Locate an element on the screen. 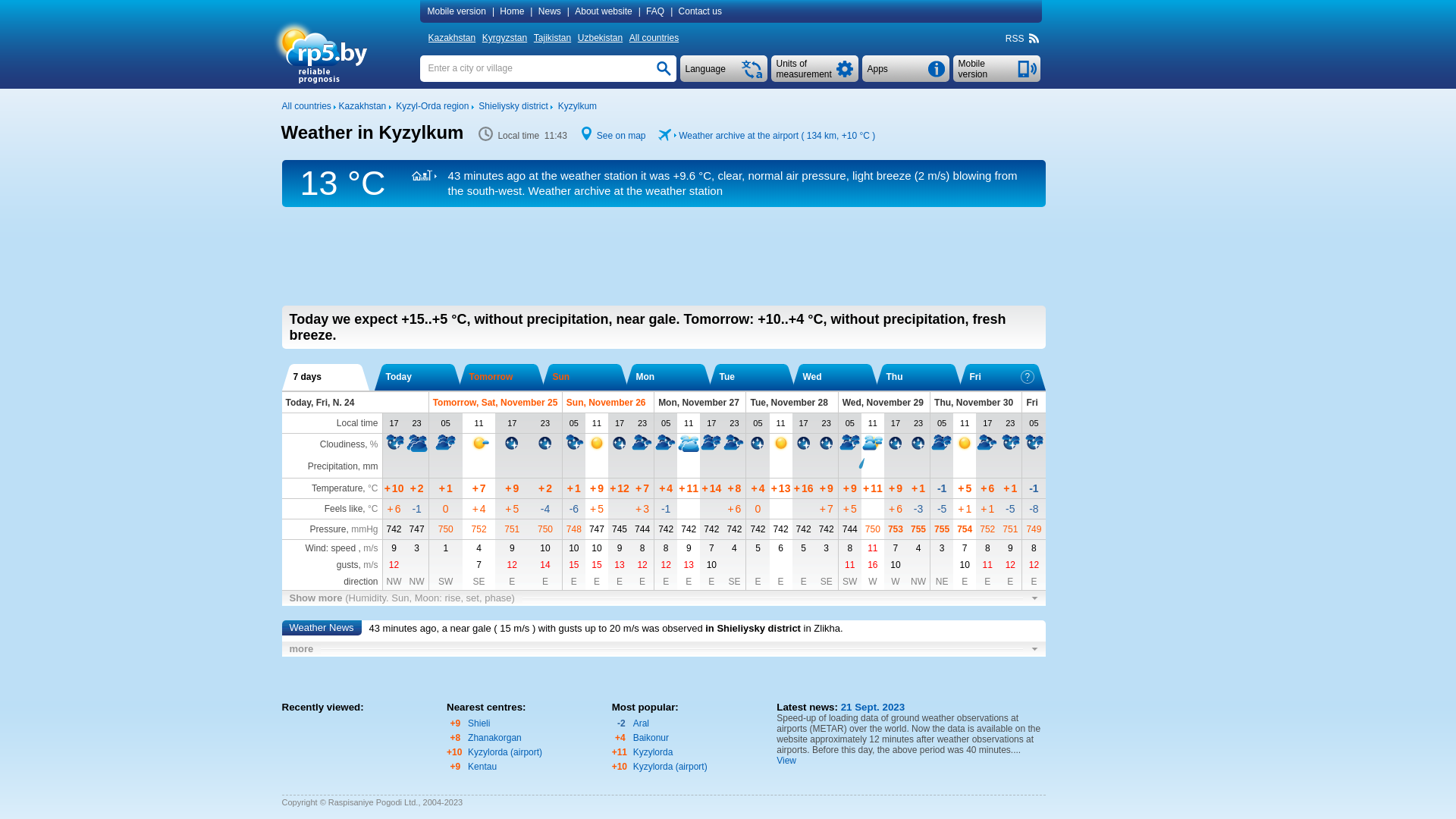 This screenshot has width=1456, height=819. 'Aral' is located at coordinates (641, 722).